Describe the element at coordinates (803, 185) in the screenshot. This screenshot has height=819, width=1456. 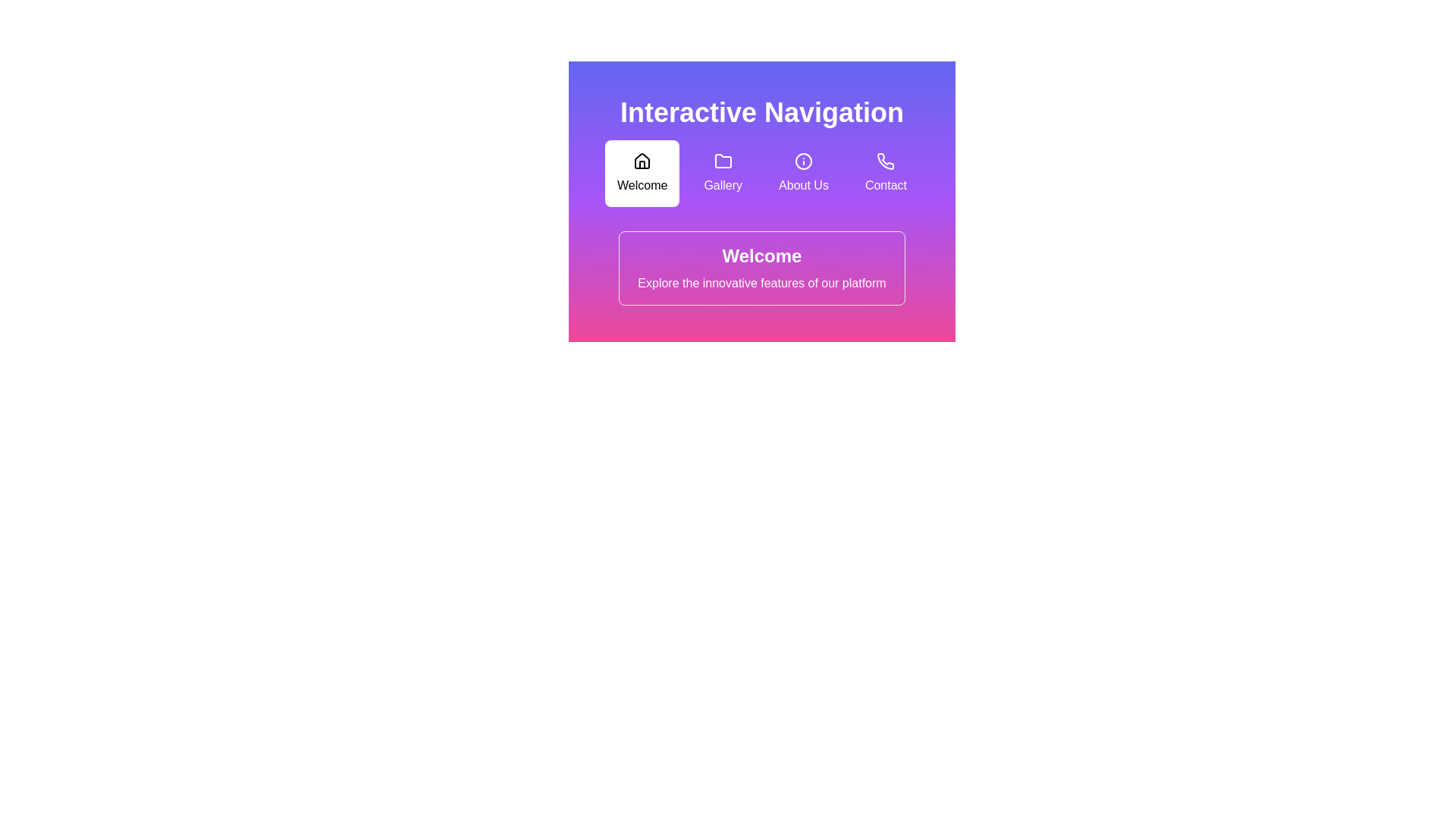
I see `the 'About Us' text label in the horizontal menu bar, situated between 'Gallery' and 'Contact'` at that location.